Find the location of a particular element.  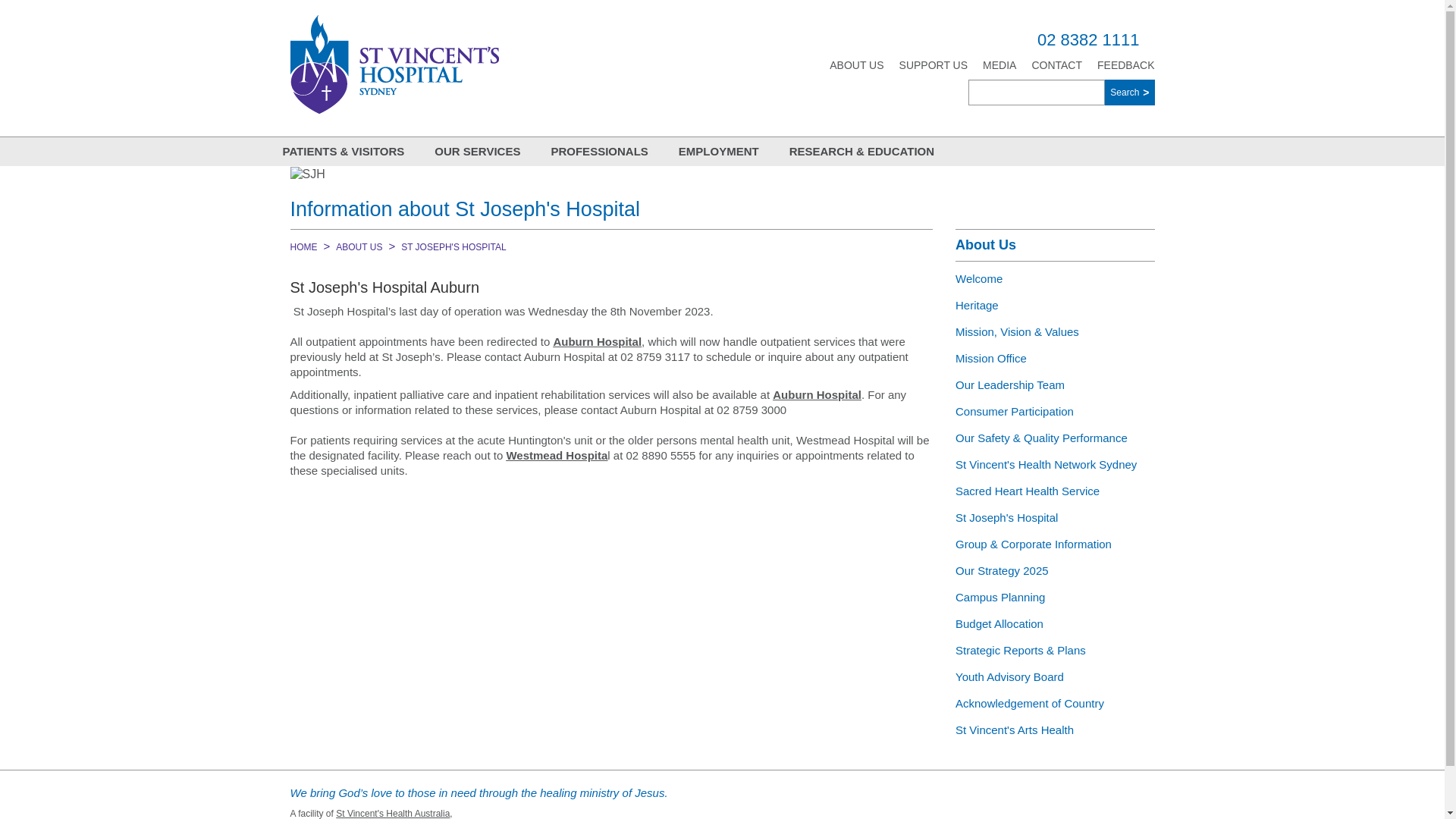

'St Vincent's Arts Health' is located at coordinates (1054, 729).